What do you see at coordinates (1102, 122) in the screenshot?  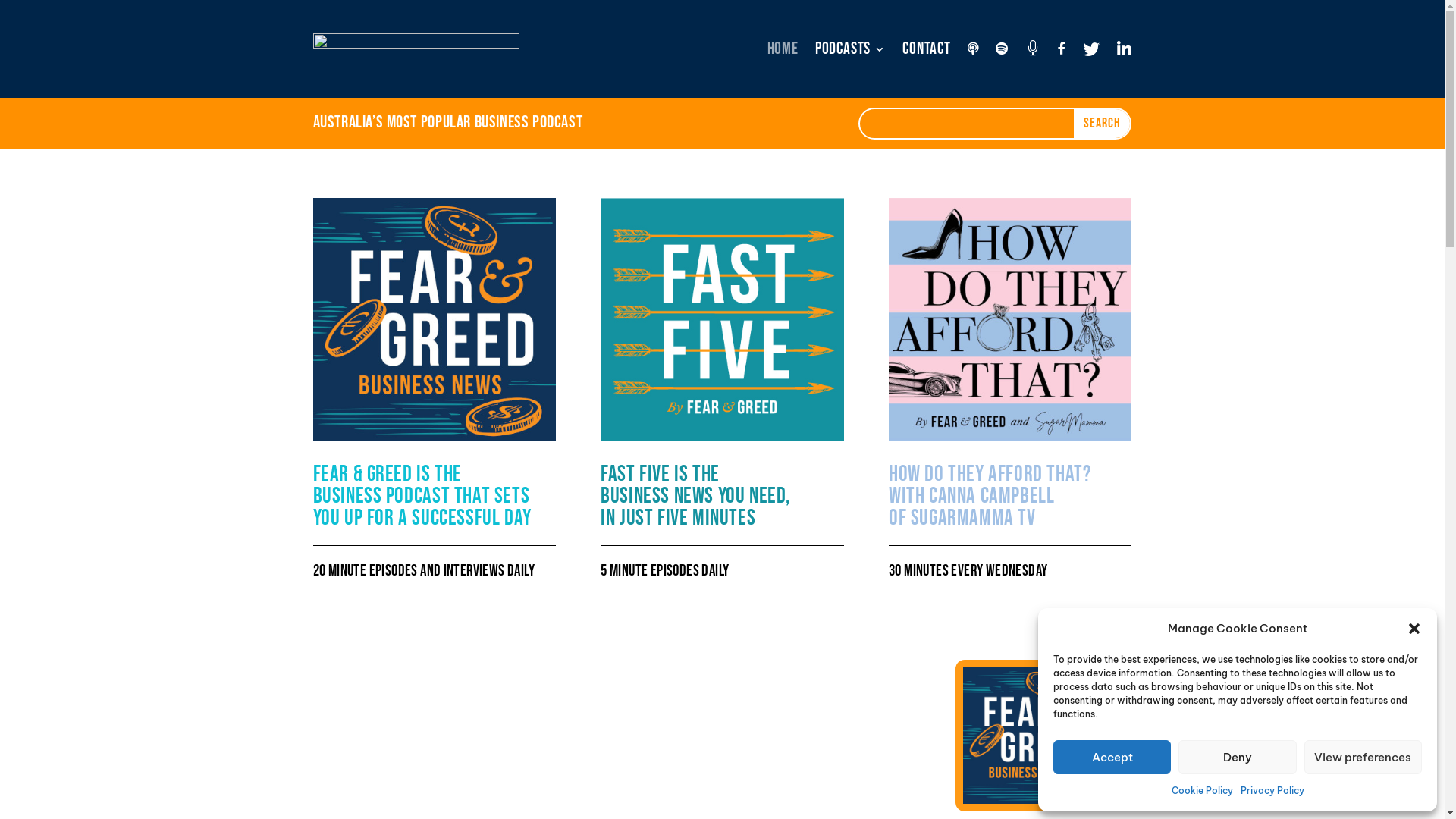 I see `'Search'` at bounding box center [1102, 122].